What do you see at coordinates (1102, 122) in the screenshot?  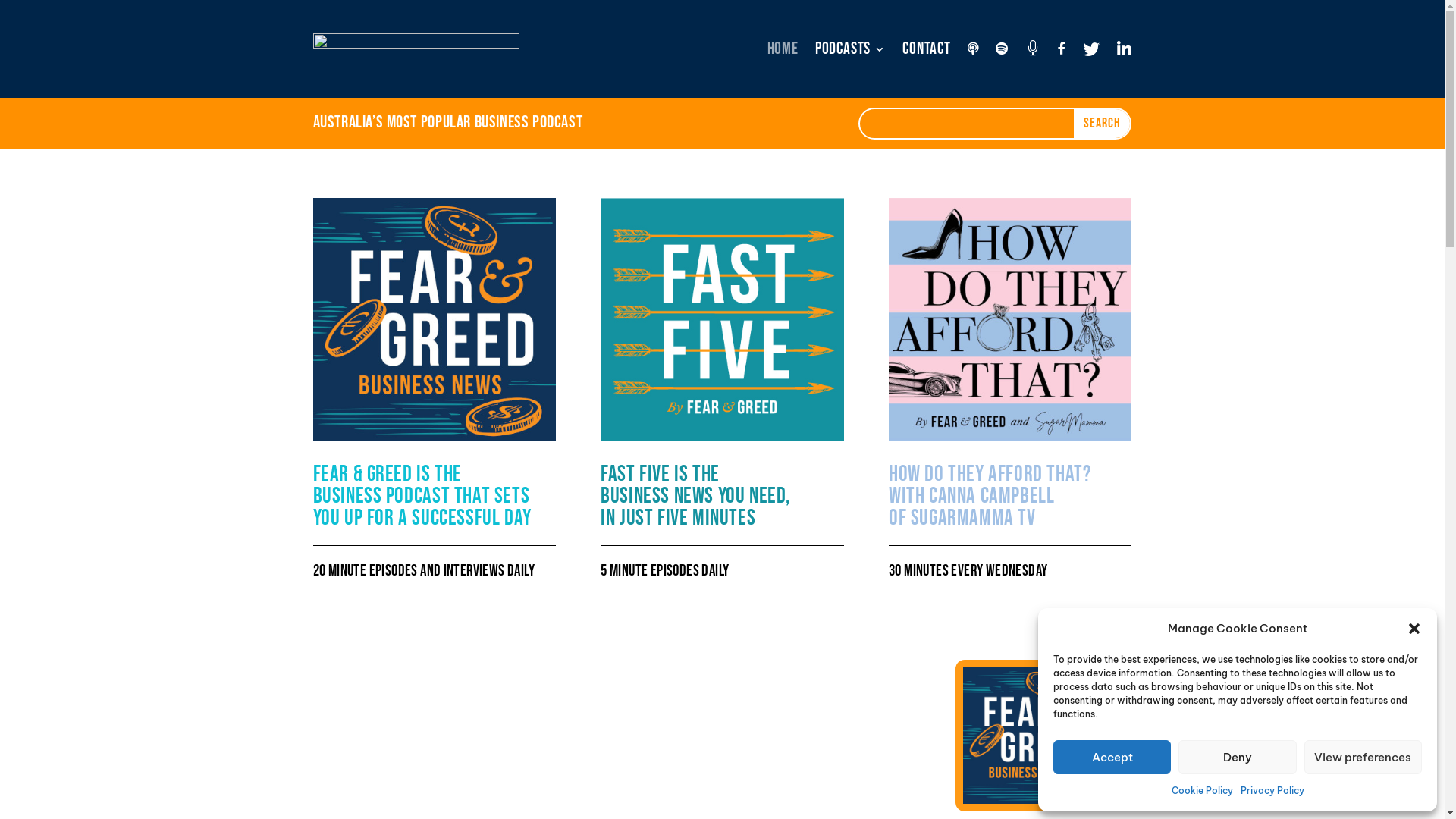 I see `'Search'` at bounding box center [1102, 122].